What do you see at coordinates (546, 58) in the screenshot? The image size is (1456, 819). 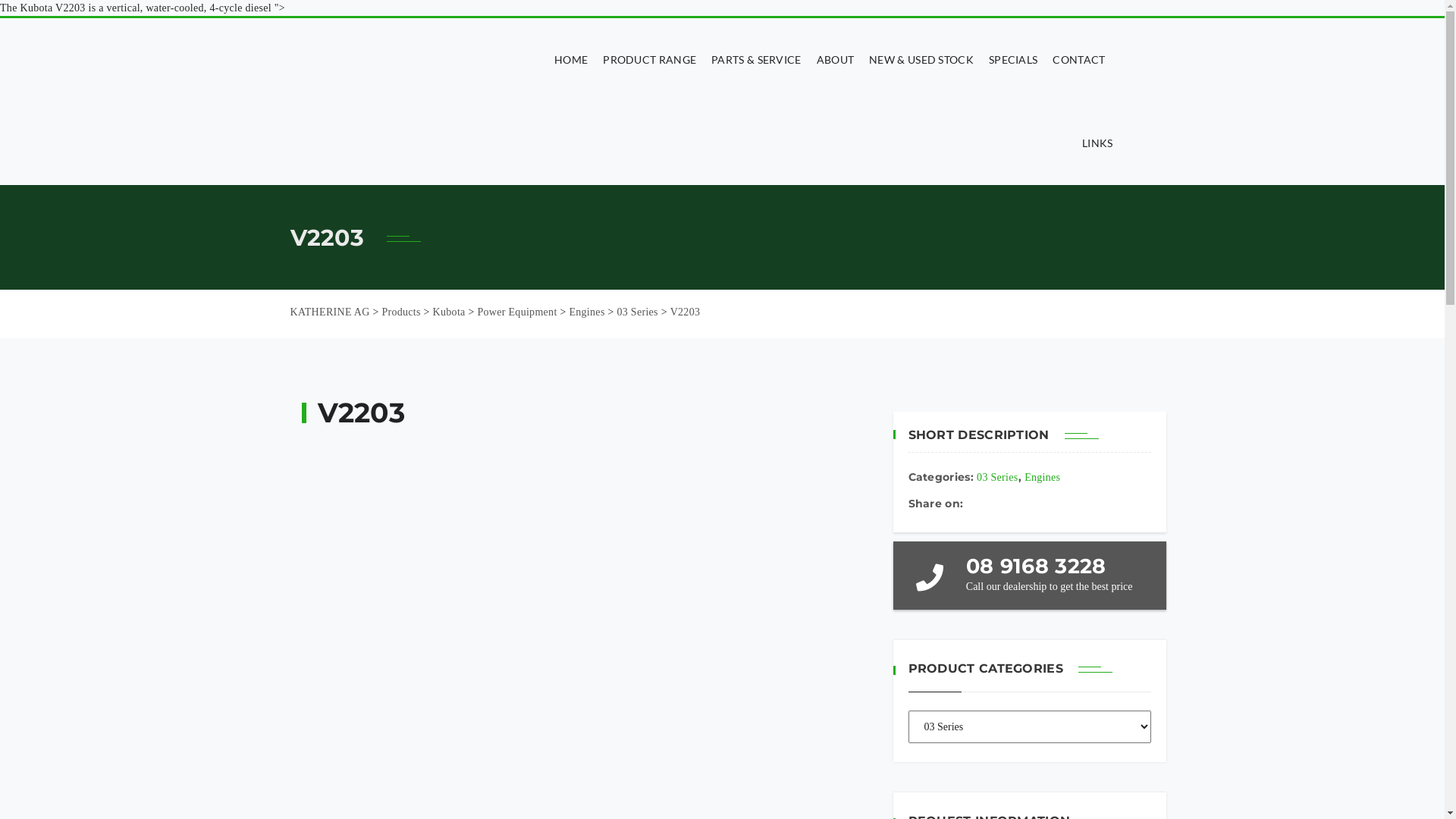 I see `'HOME'` at bounding box center [546, 58].